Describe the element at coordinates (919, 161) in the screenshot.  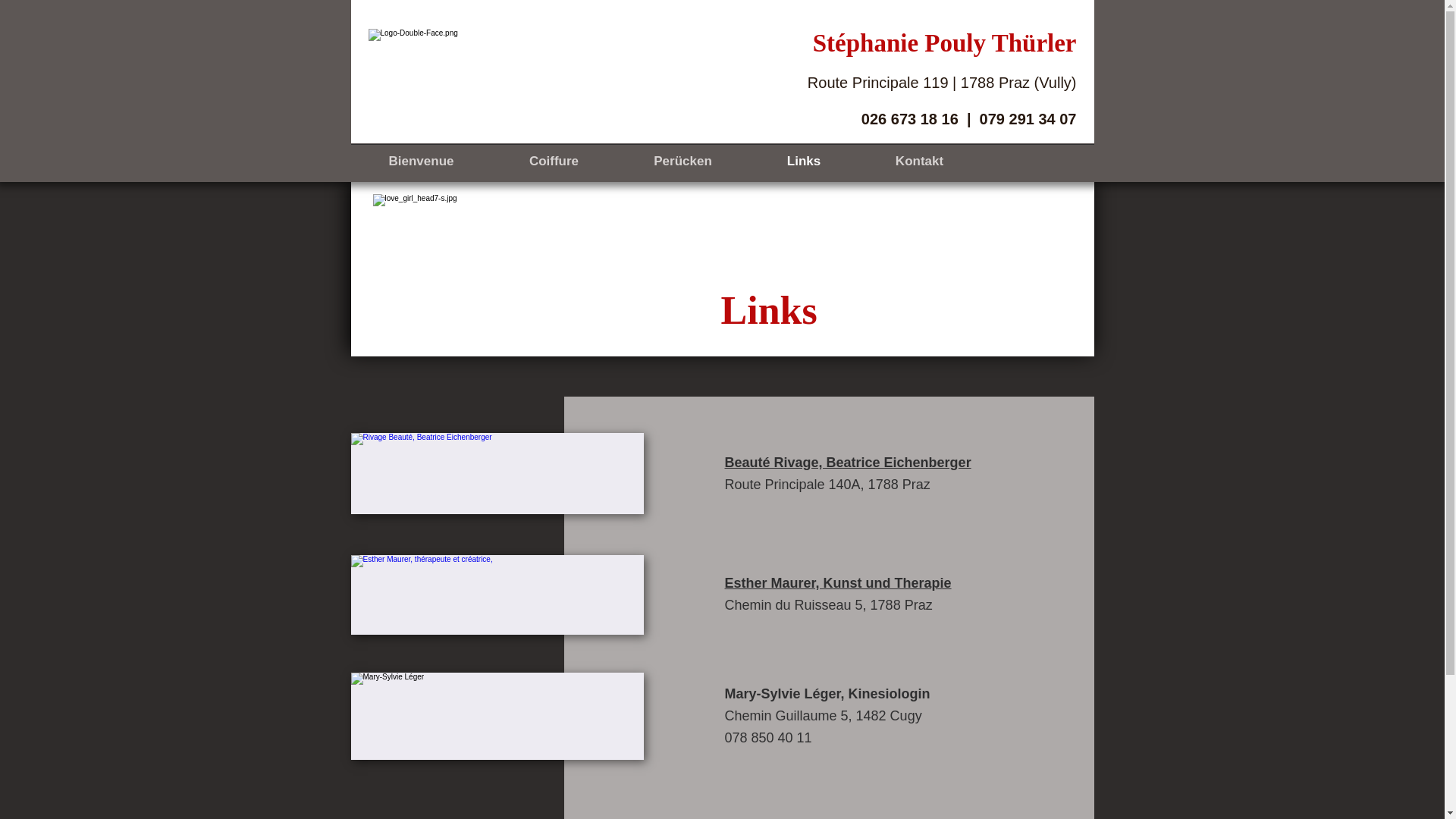
I see `'Kontakt'` at that location.